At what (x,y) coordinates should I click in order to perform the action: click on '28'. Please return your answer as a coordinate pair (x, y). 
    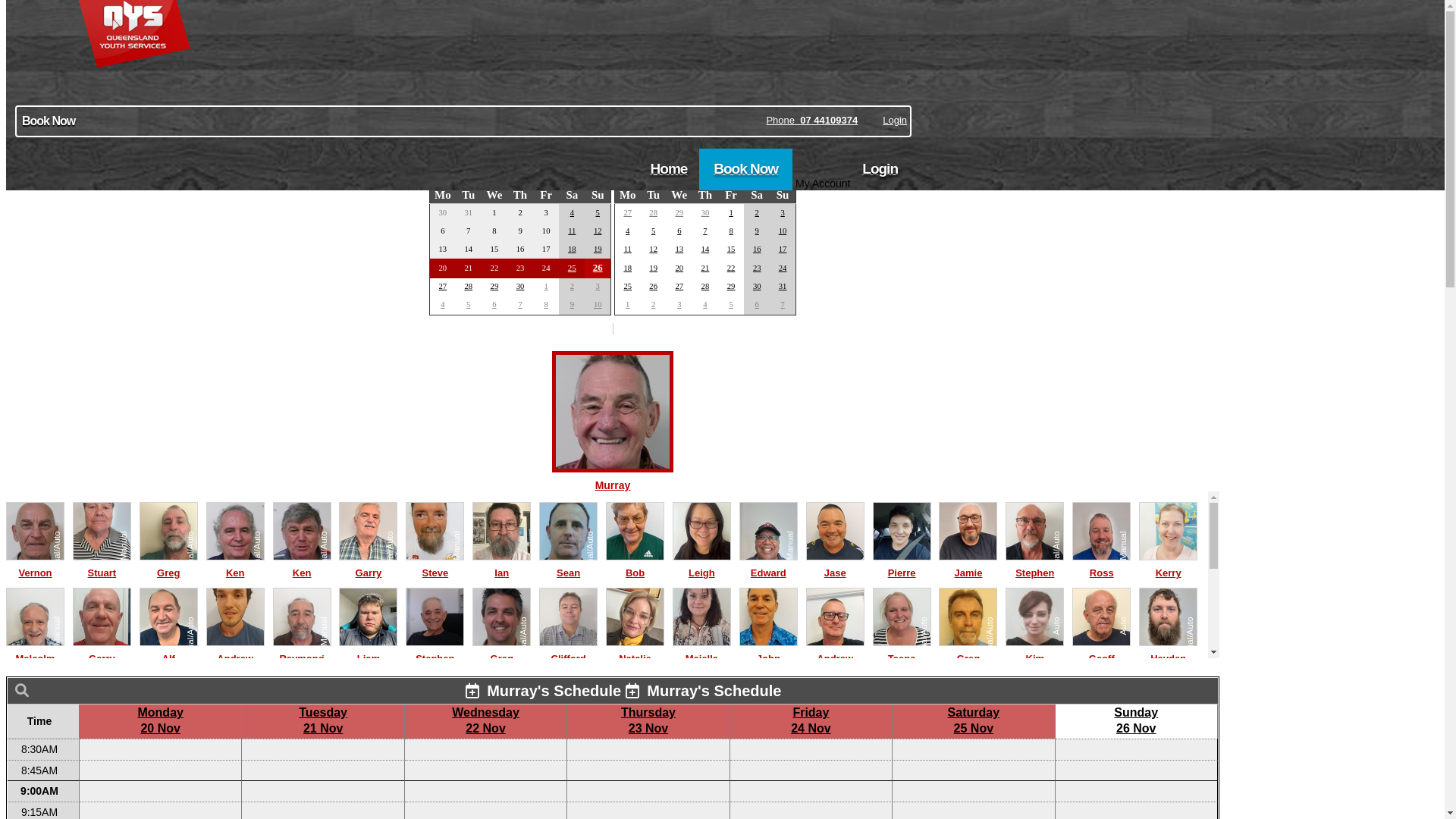
    Looking at the image, I should click on (467, 286).